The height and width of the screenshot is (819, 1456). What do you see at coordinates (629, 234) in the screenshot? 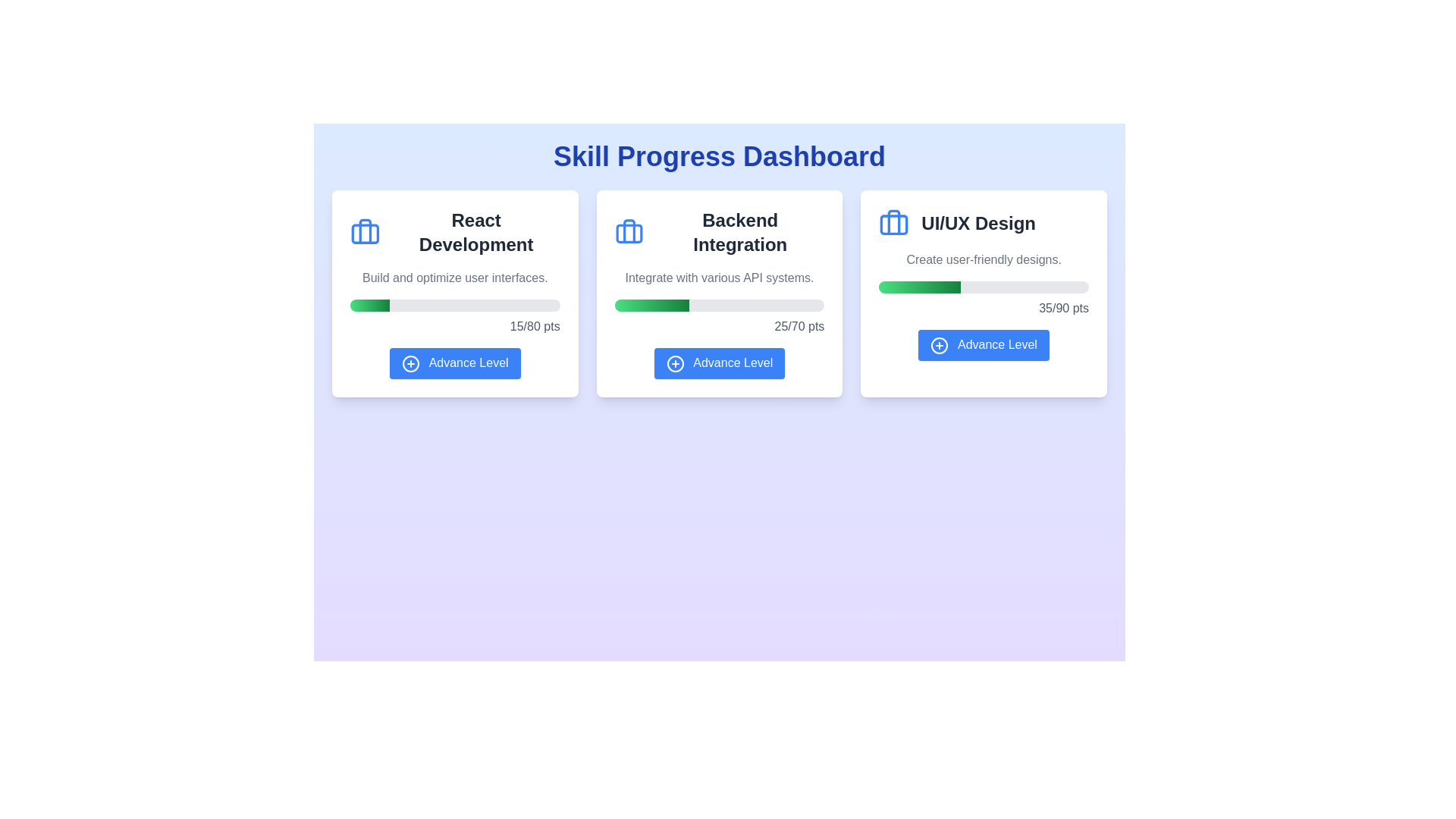
I see `the decorative briefcase icon that visually supports the title 'Backend Integration'` at bounding box center [629, 234].